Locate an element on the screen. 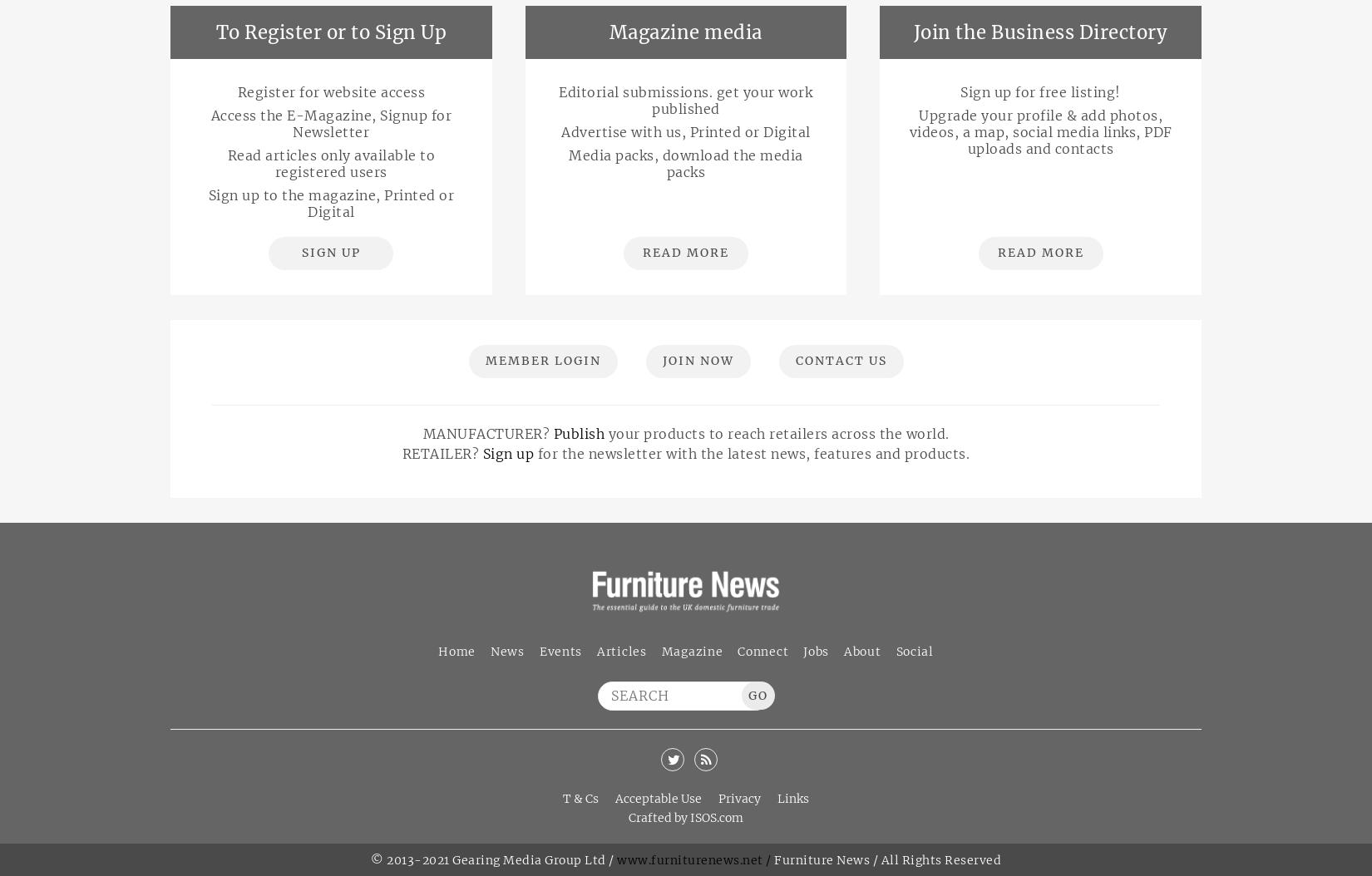 Image resolution: width=1372 pixels, height=876 pixels. 'Publish' is located at coordinates (577, 433).